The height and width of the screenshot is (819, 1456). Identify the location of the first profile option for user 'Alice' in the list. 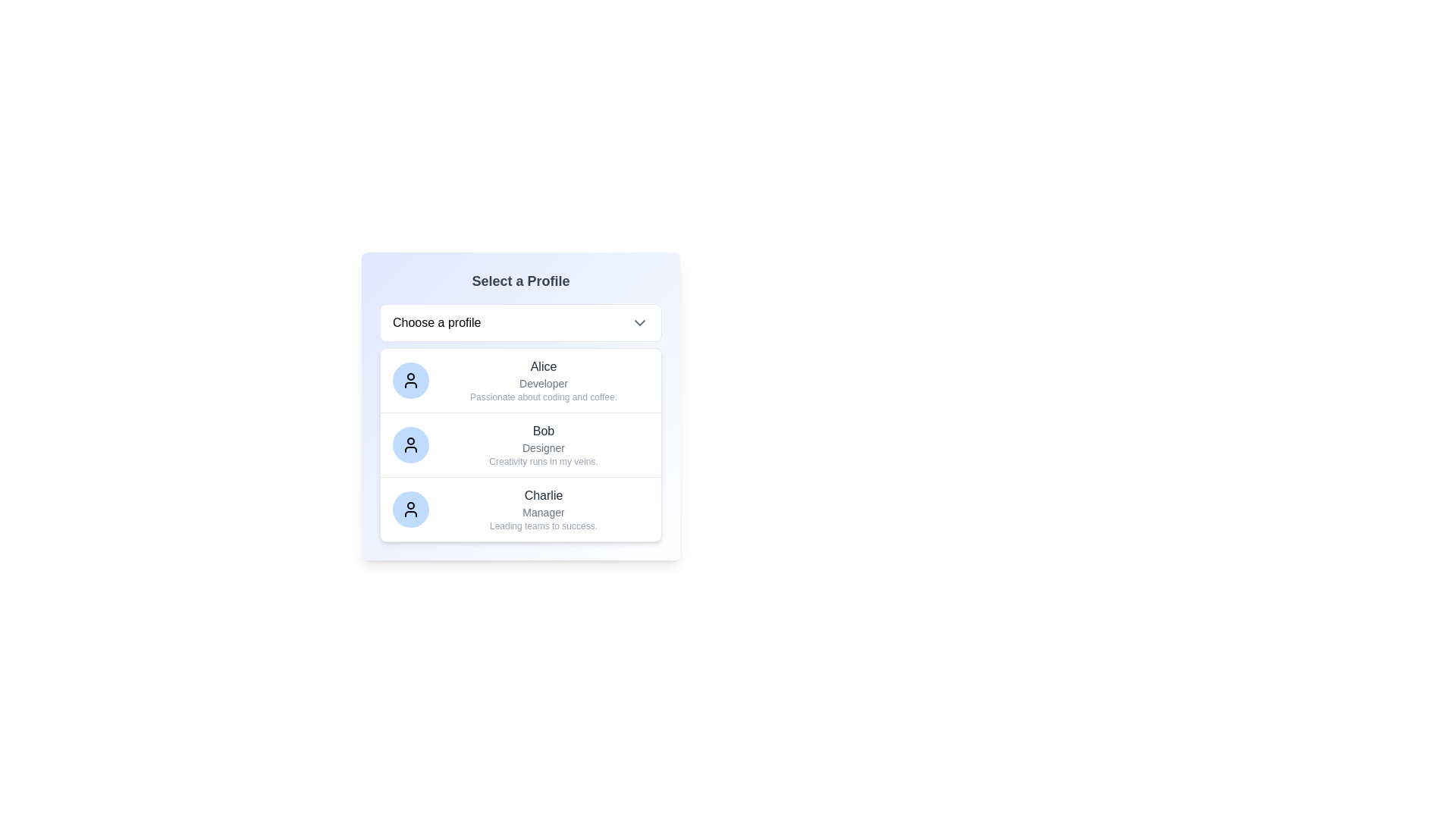
(520, 379).